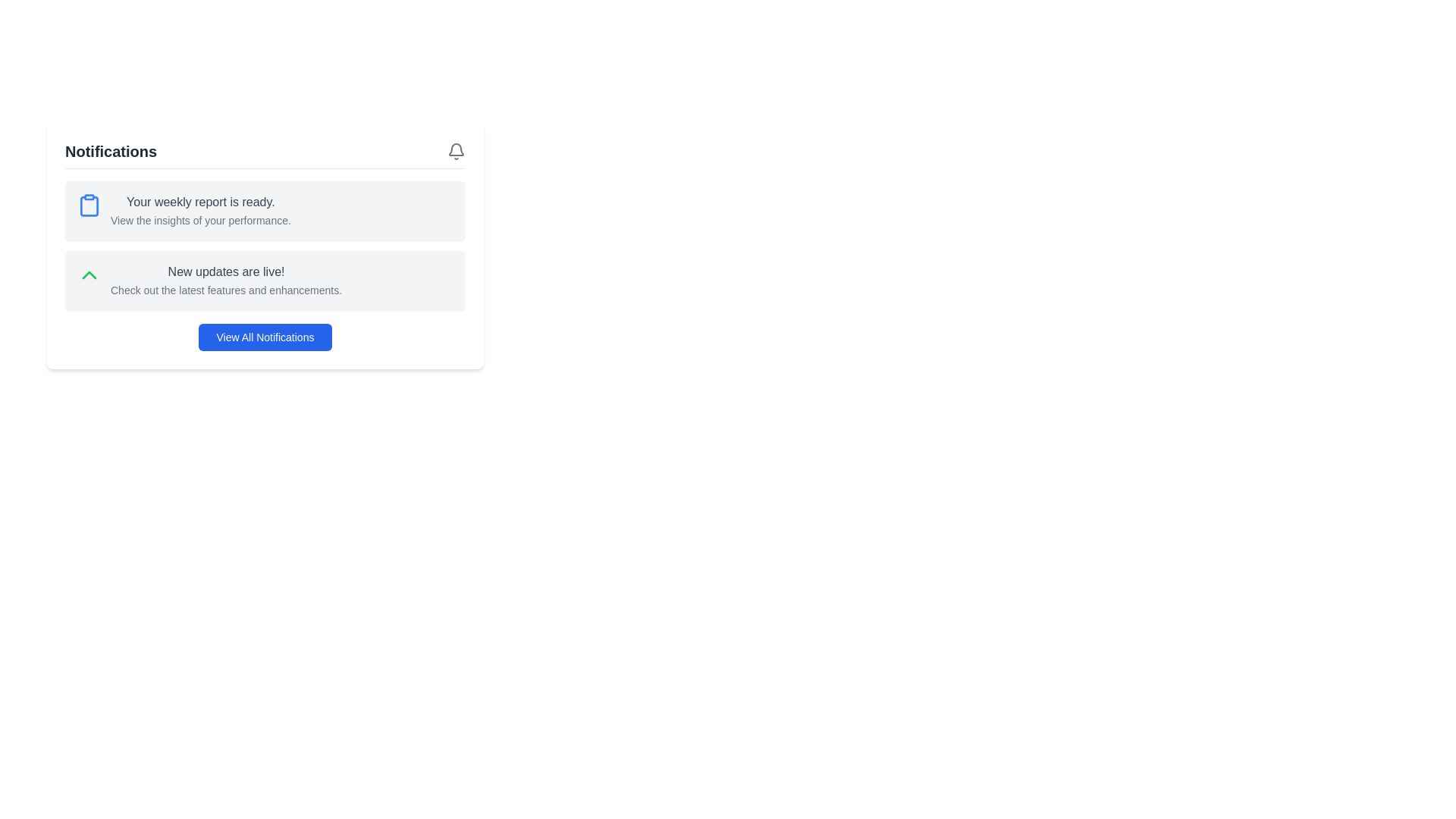  I want to click on the bell-shaped notification icon, which is gray in color, located at the far right side of the header, adjacent to the 'Notifications' title, so click(455, 152).